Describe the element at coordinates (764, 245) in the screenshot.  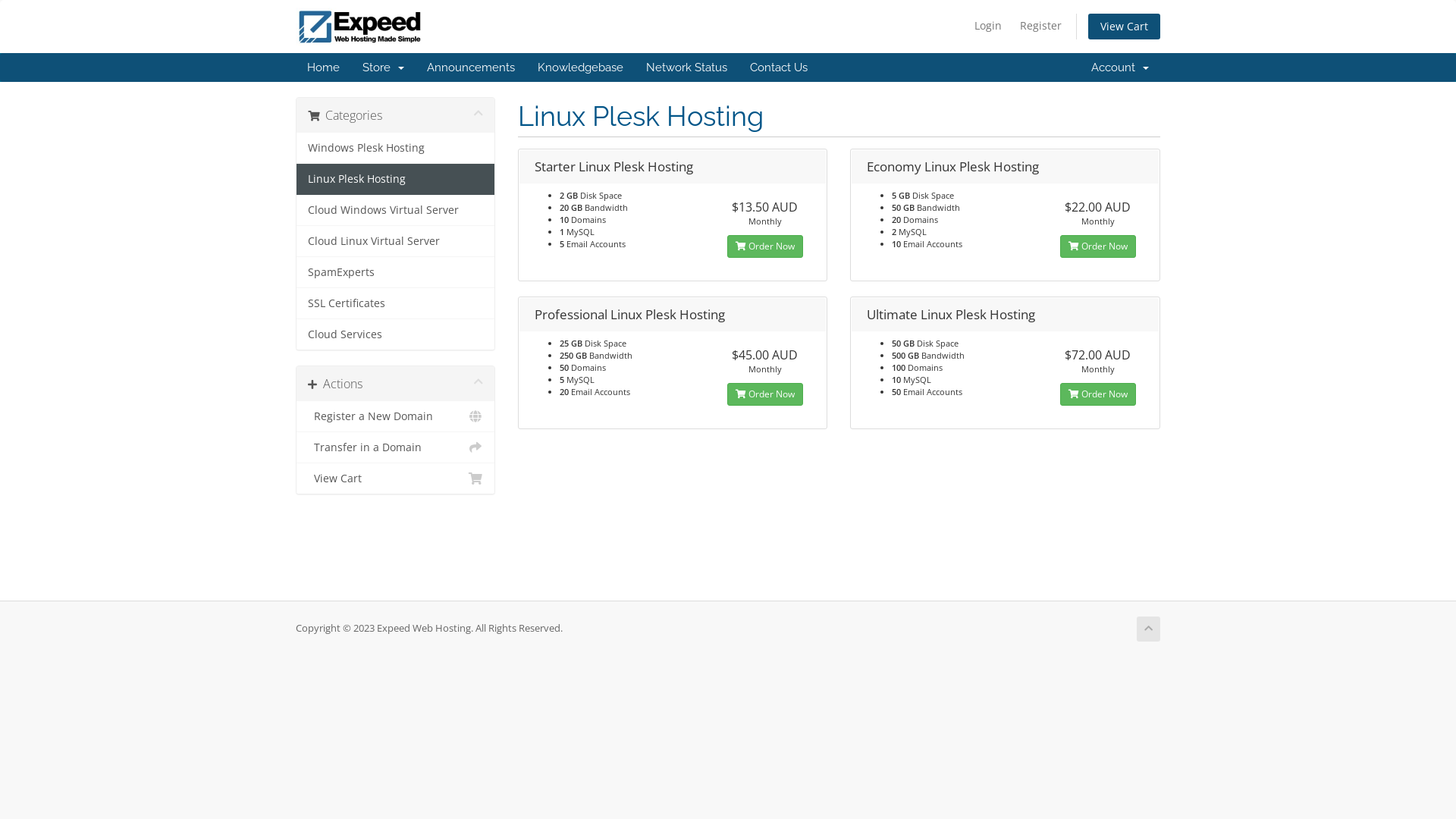
I see `'Order Now'` at that location.